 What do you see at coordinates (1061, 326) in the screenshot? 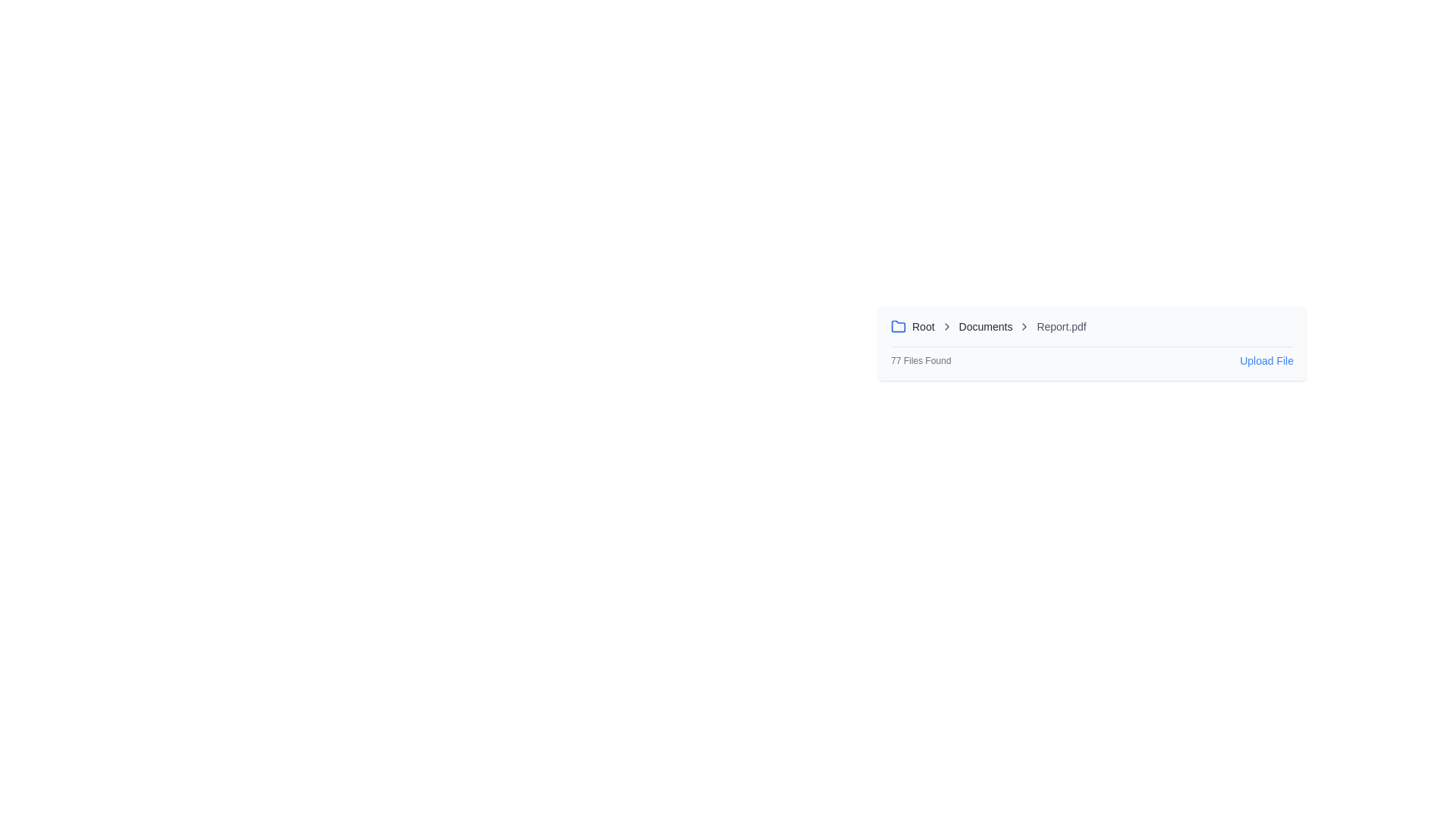
I see `the text label representing the file name in the breadcrumb navigation sequence` at bounding box center [1061, 326].